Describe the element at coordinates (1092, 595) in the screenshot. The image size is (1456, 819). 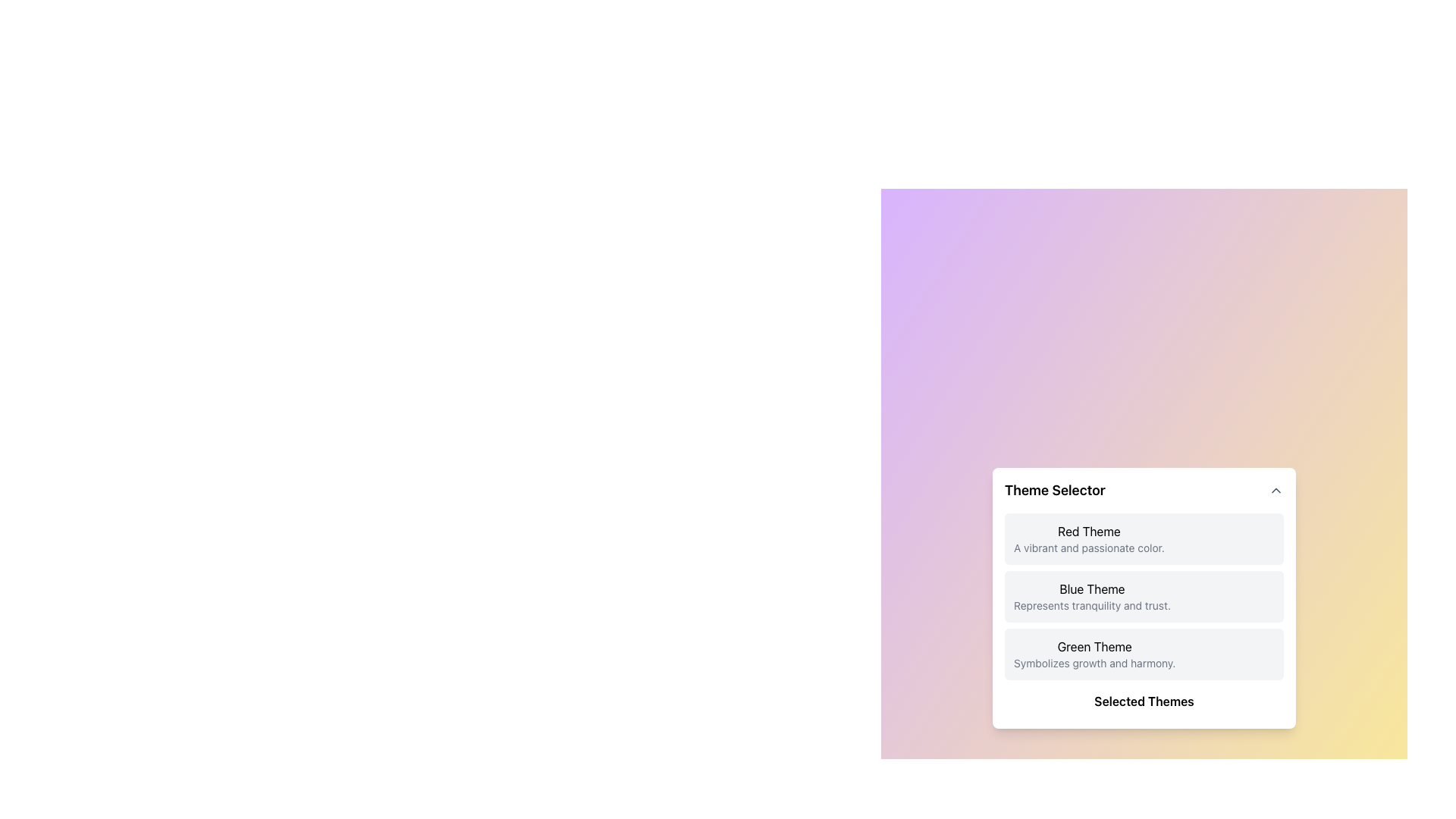
I see `the 'Blue Theme' selection item in the theme options list` at that location.